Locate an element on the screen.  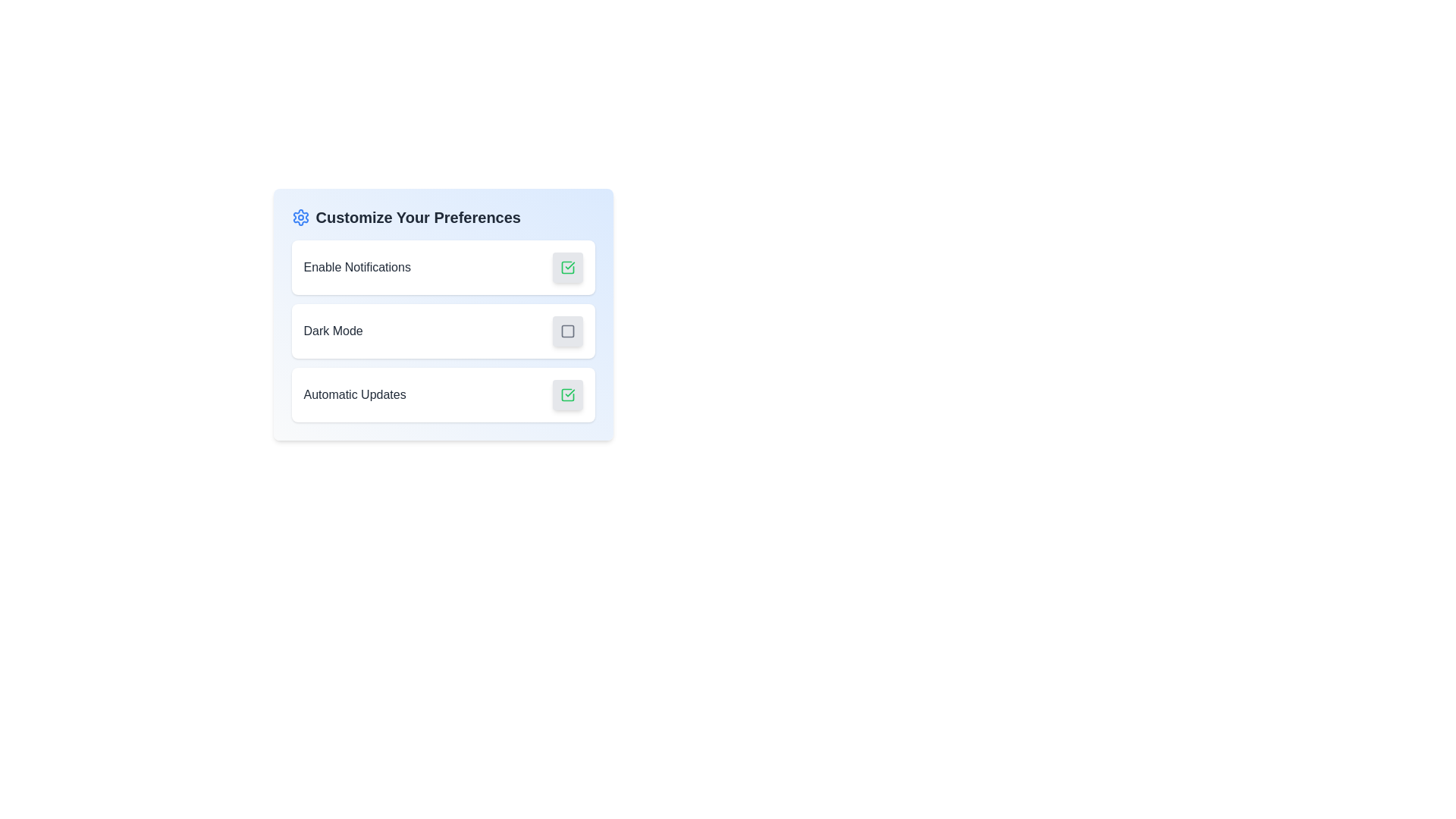
the blue cog-shaped settings icon located to the left of the text 'Customize Your Preferences' is located at coordinates (300, 217).